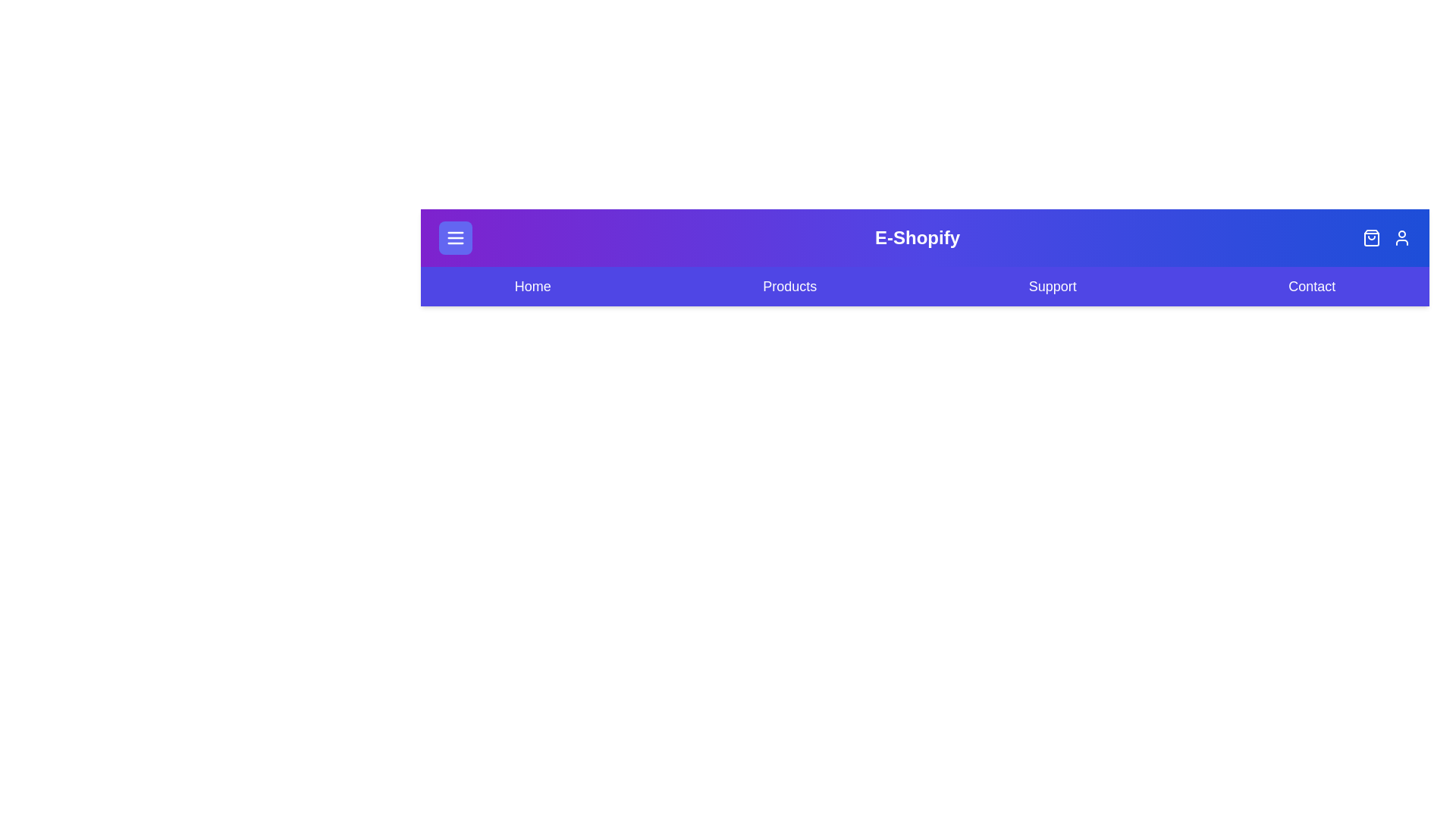 Image resolution: width=1456 pixels, height=819 pixels. What do you see at coordinates (1310, 287) in the screenshot?
I see `the navigation menu item Contact` at bounding box center [1310, 287].